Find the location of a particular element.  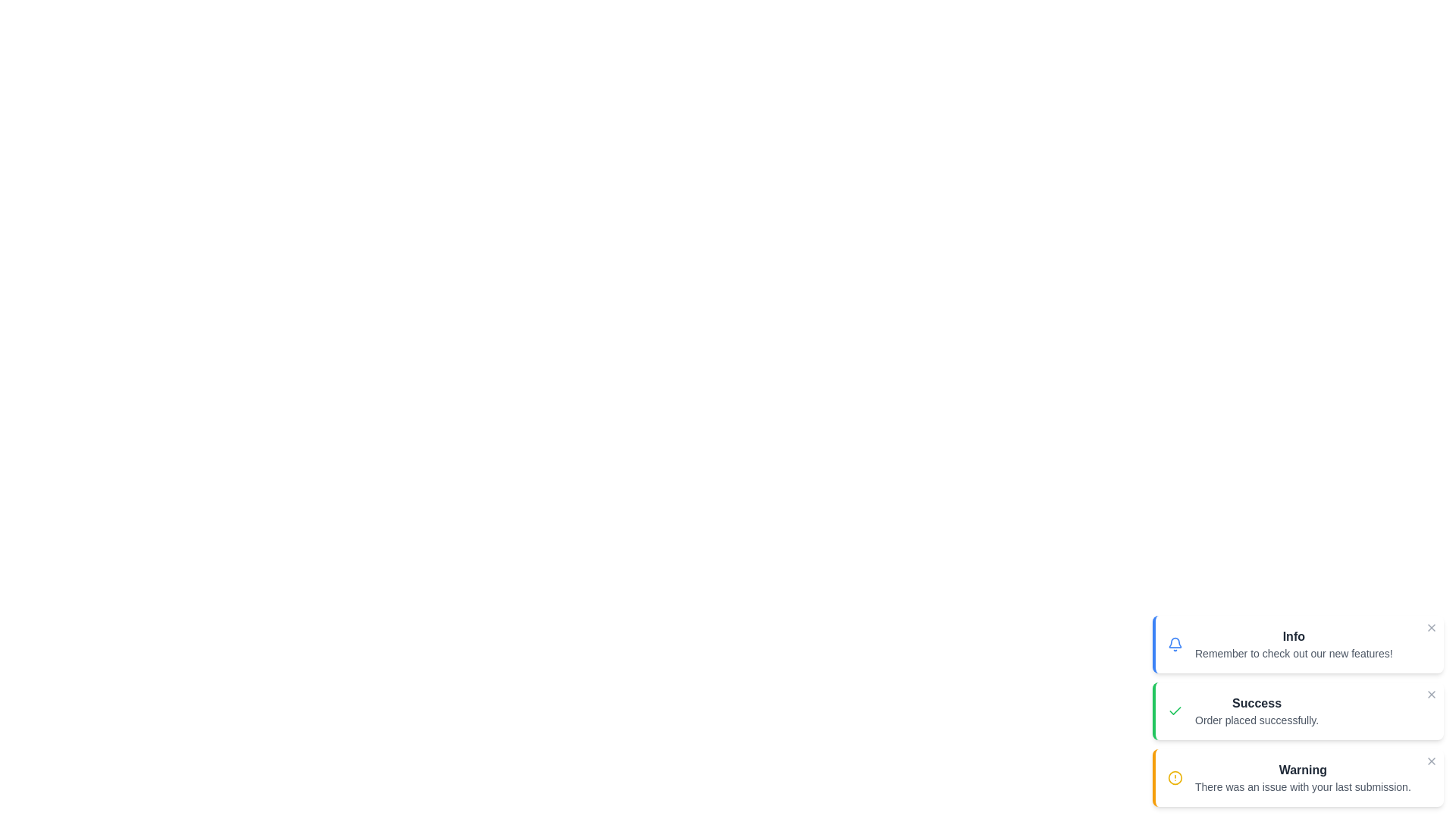

the notification with type info is located at coordinates (1298, 644).